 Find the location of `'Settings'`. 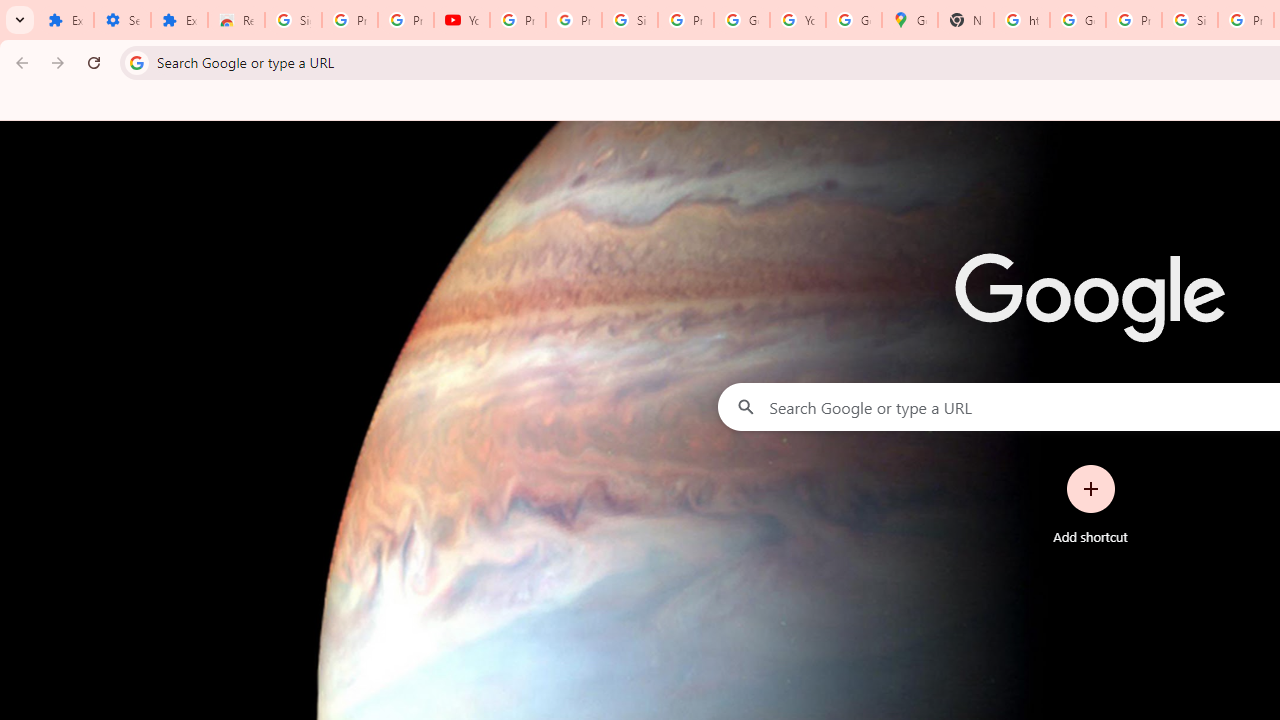

'Settings' is located at coordinates (121, 20).